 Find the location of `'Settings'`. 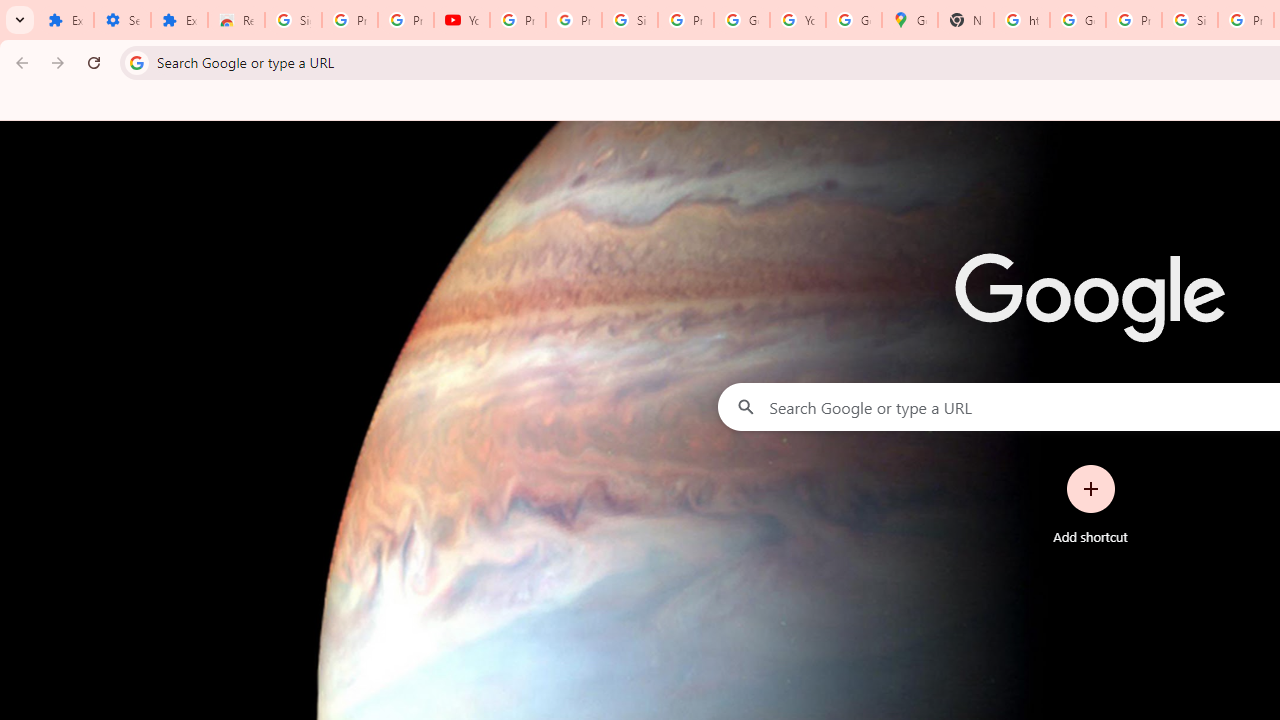

'Settings' is located at coordinates (121, 20).